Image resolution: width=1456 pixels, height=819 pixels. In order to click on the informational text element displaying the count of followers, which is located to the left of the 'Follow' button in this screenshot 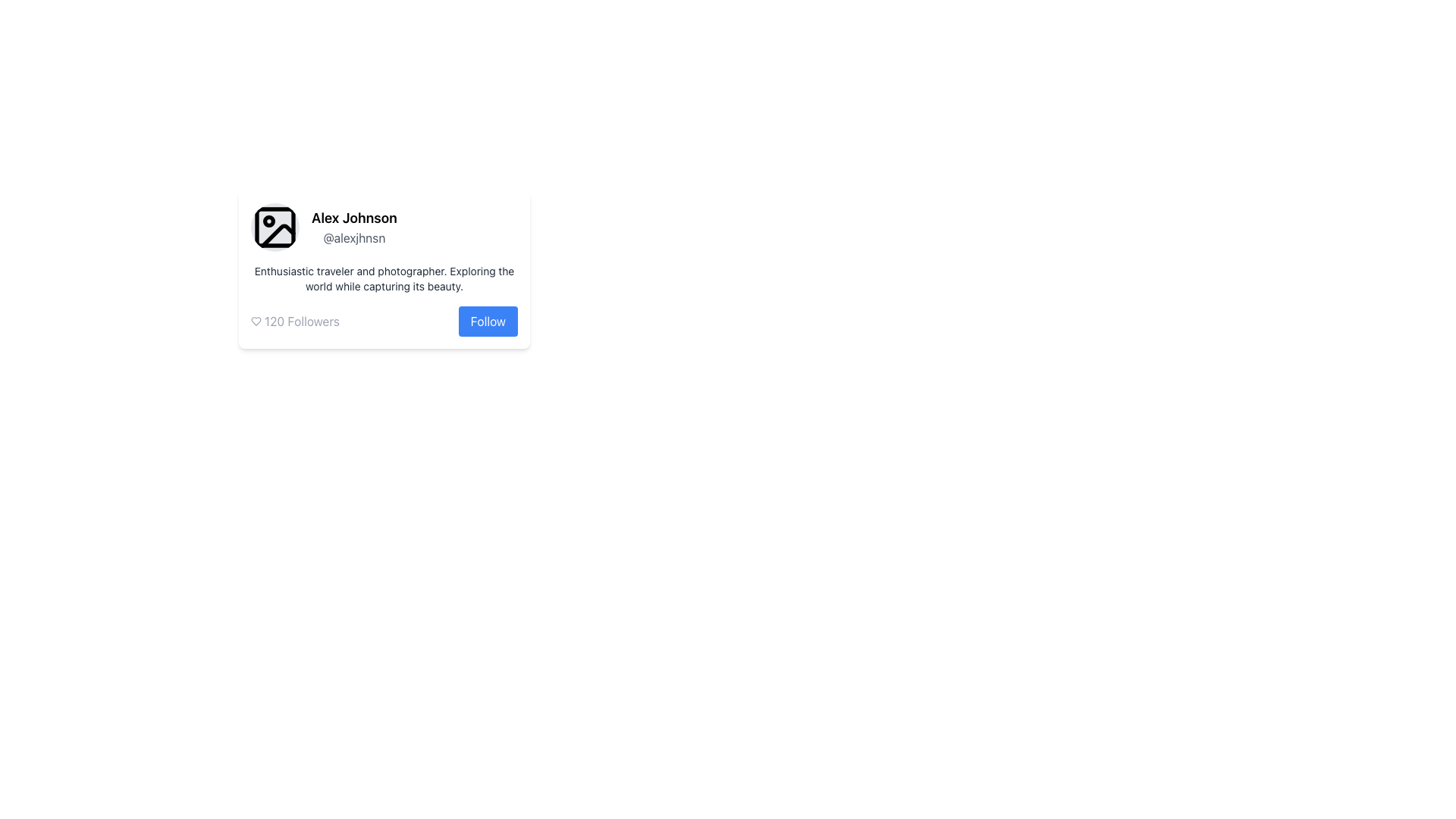, I will do `click(295, 321)`.